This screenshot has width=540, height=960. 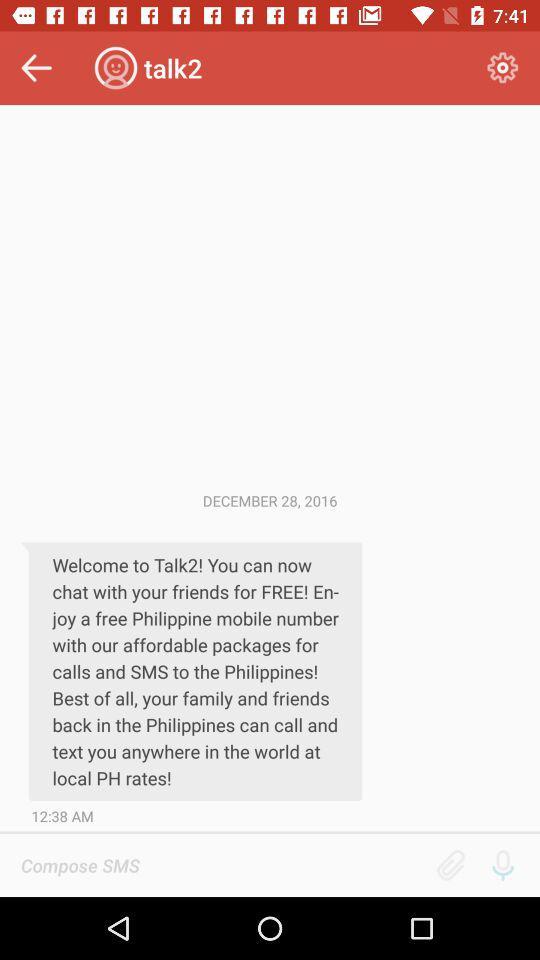 I want to click on type a message, so click(x=221, y=864).